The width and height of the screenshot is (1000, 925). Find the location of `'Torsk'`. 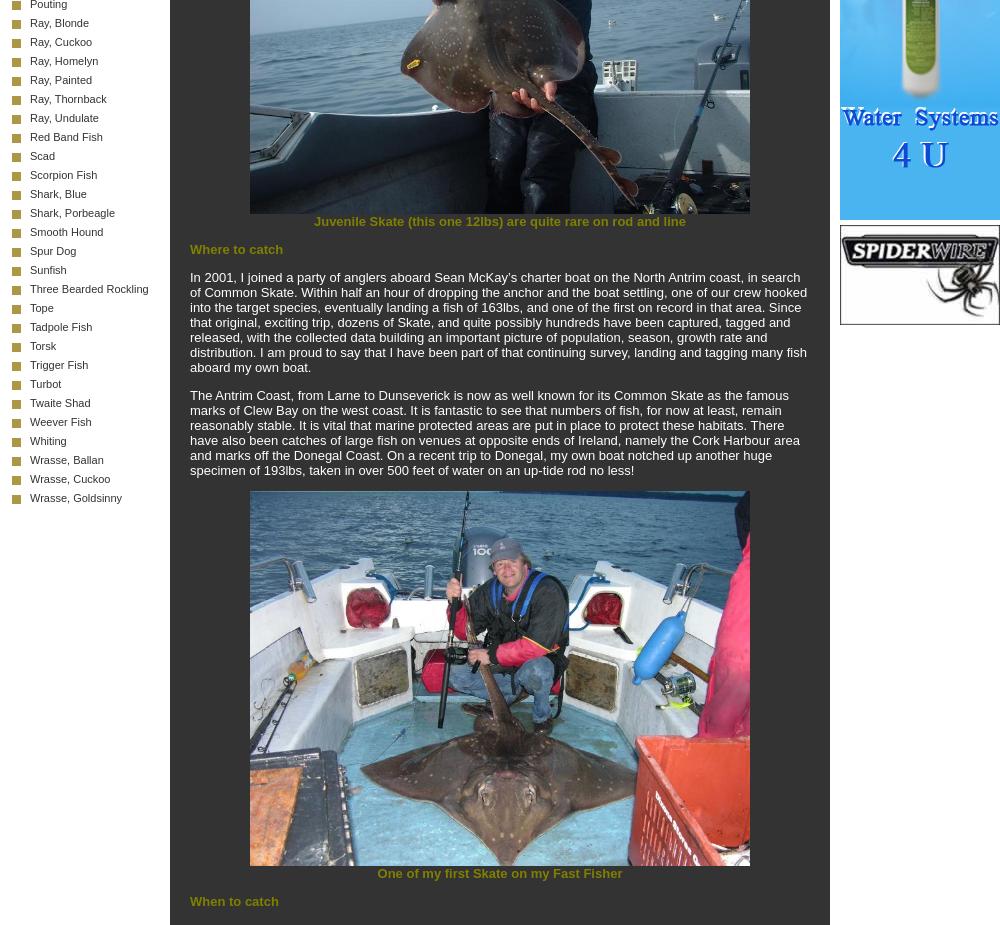

'Torsk' is located at coordinates (43, 345).